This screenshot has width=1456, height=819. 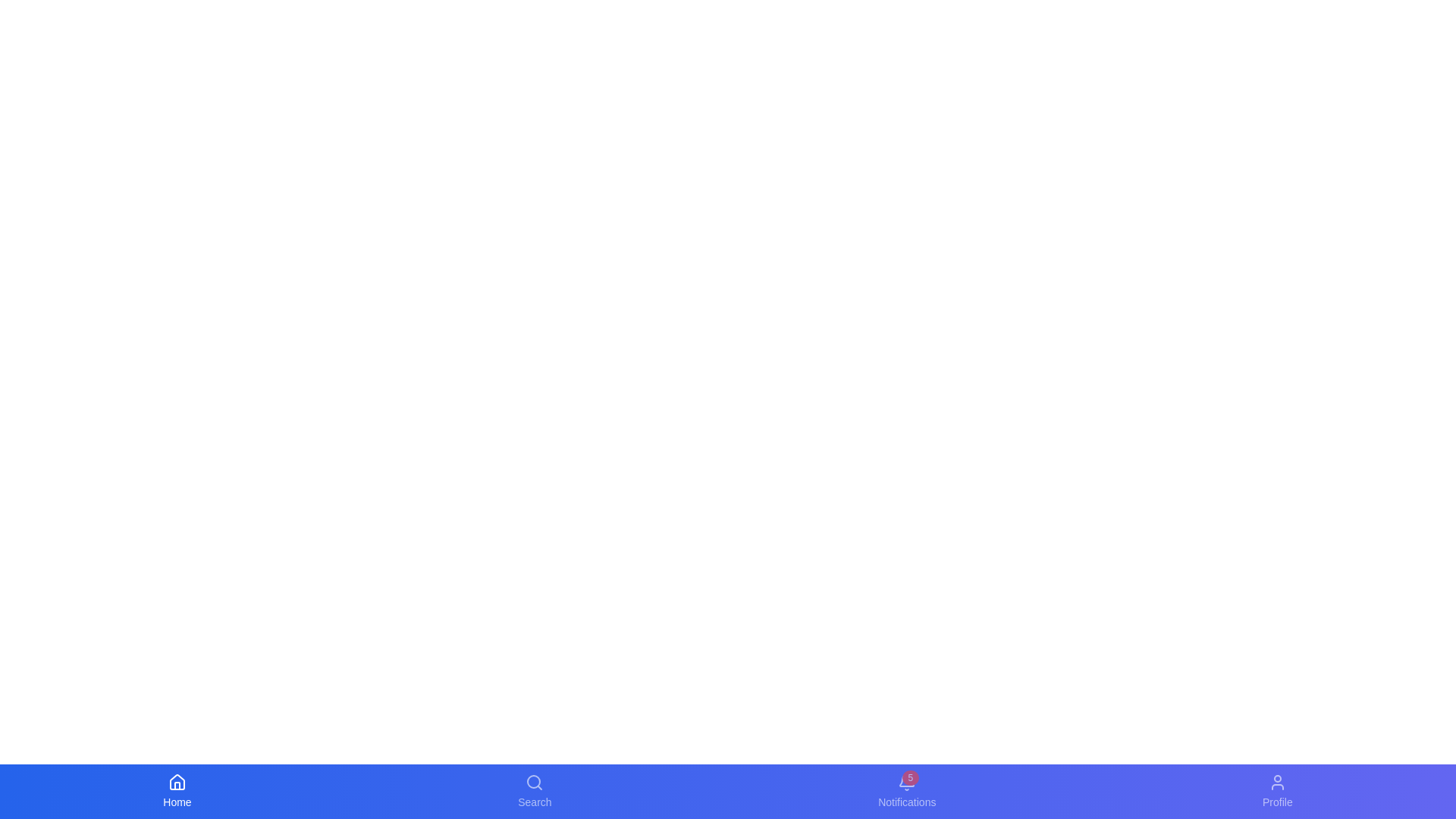 What do you see at coordinates (535, 791) in the screenshot?
I see `the Search tab in the bottom navigation` at bounding box center [535, 791].